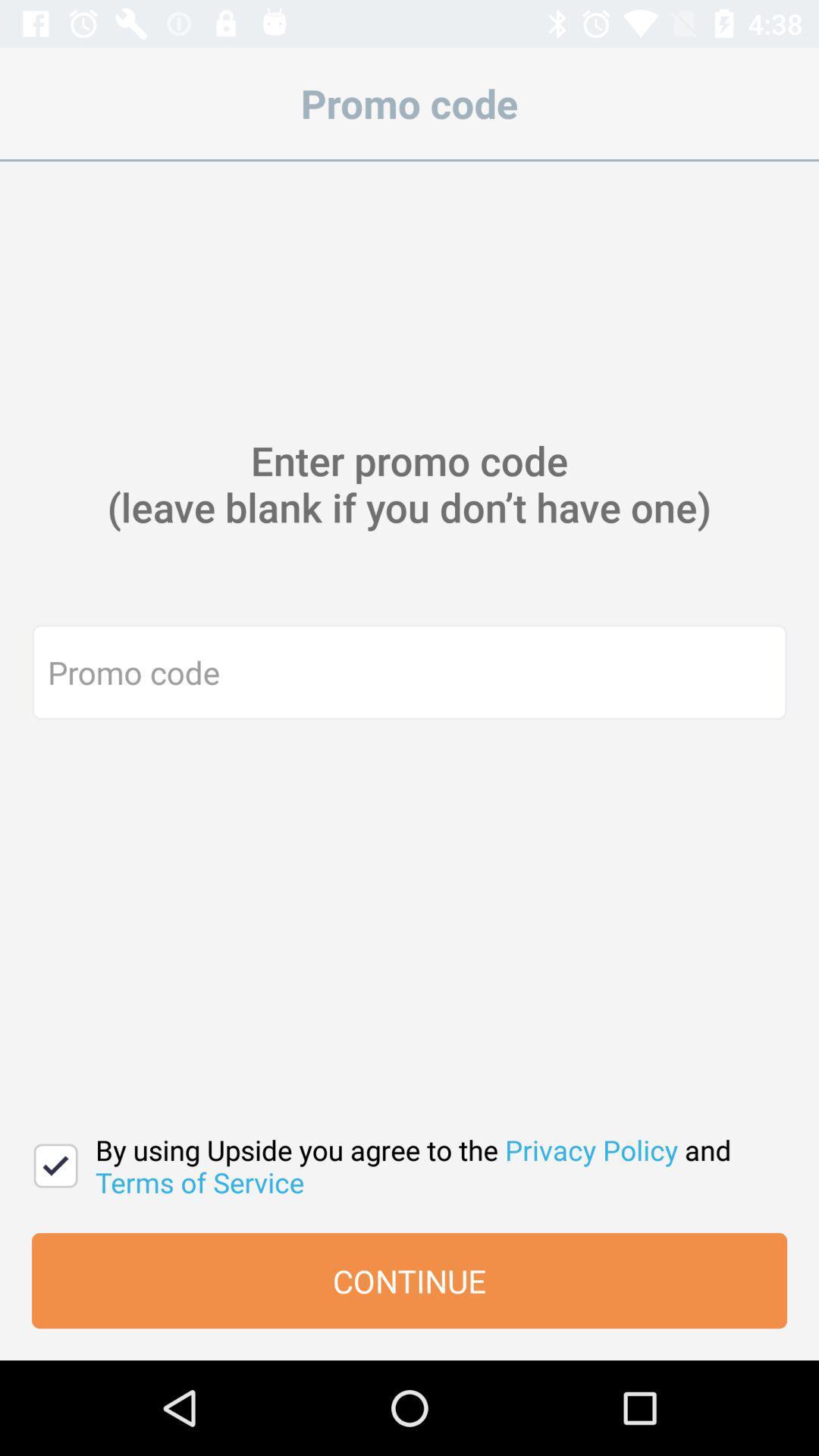  Describe the element at coordinates (433, 1165) in the screenshot. I see `by using upside` at that location.